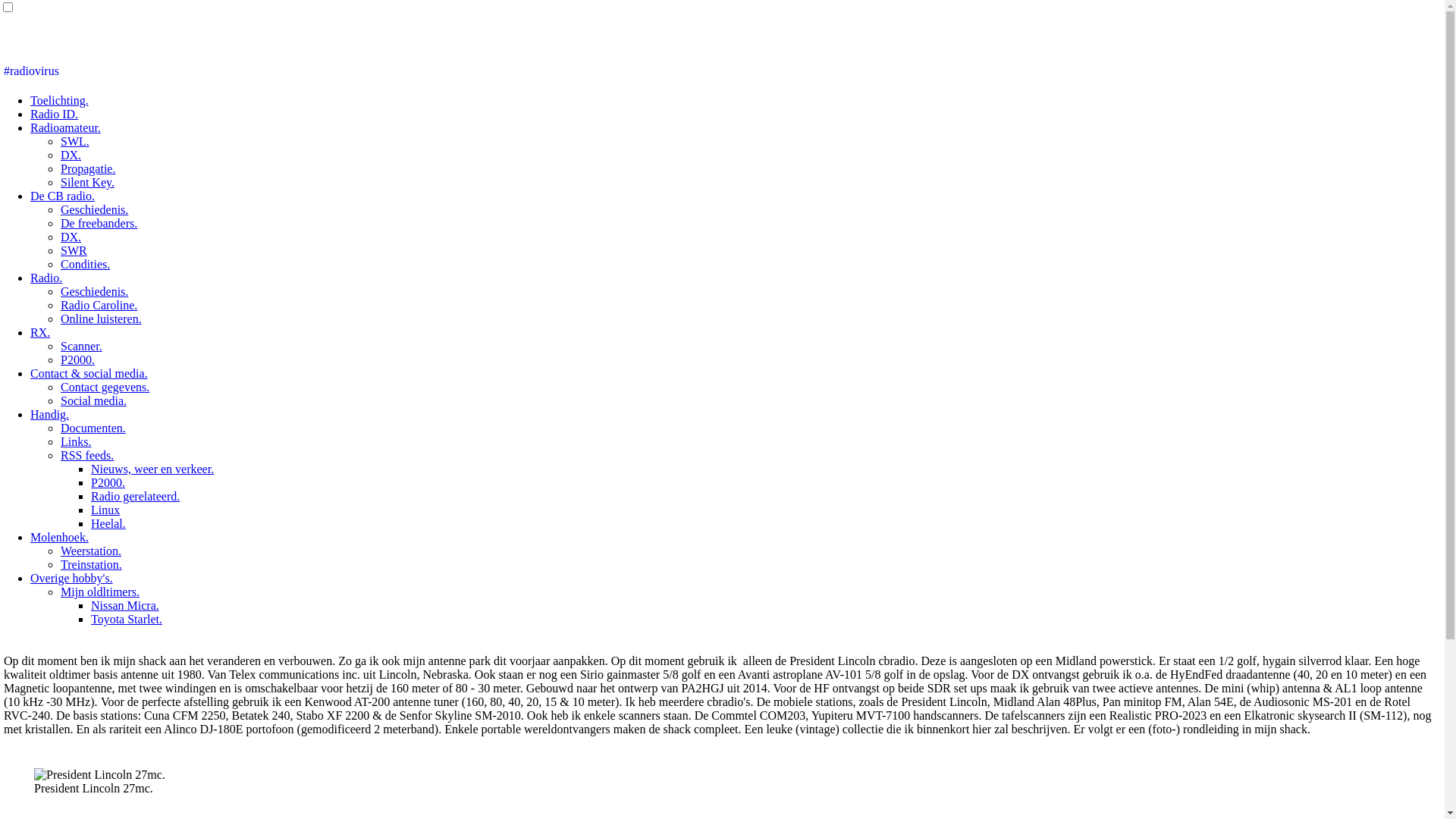  What do you see at coordinates (100, 318) in the screenshot?
I see `'Online luisteren.'` at bounding box center [100, 318].